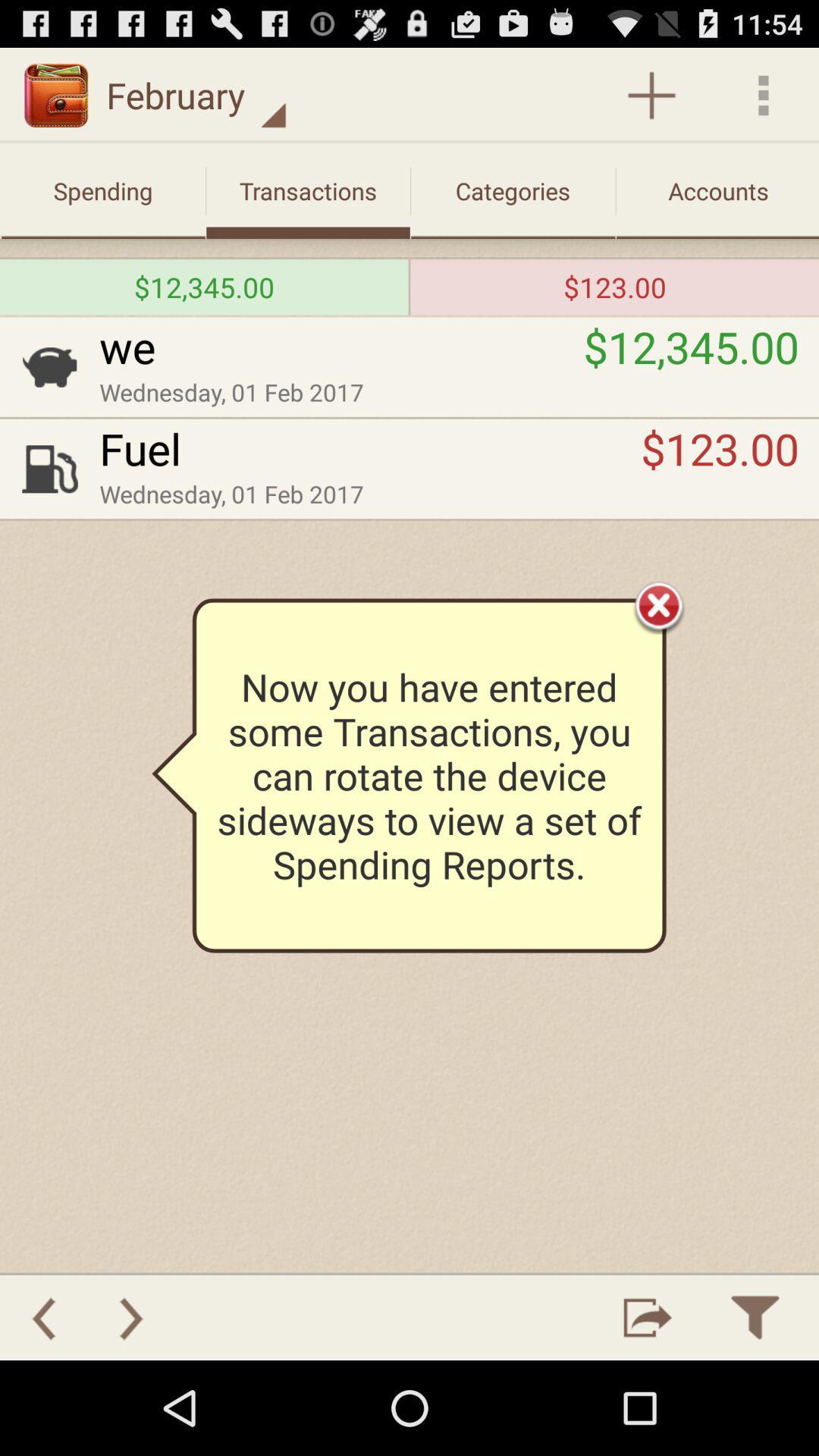 This screenshot has height=1456, width=819. Describe the element at coordinates (648, 1316) in the screenshot. I see `to rotate sideways` at that location.